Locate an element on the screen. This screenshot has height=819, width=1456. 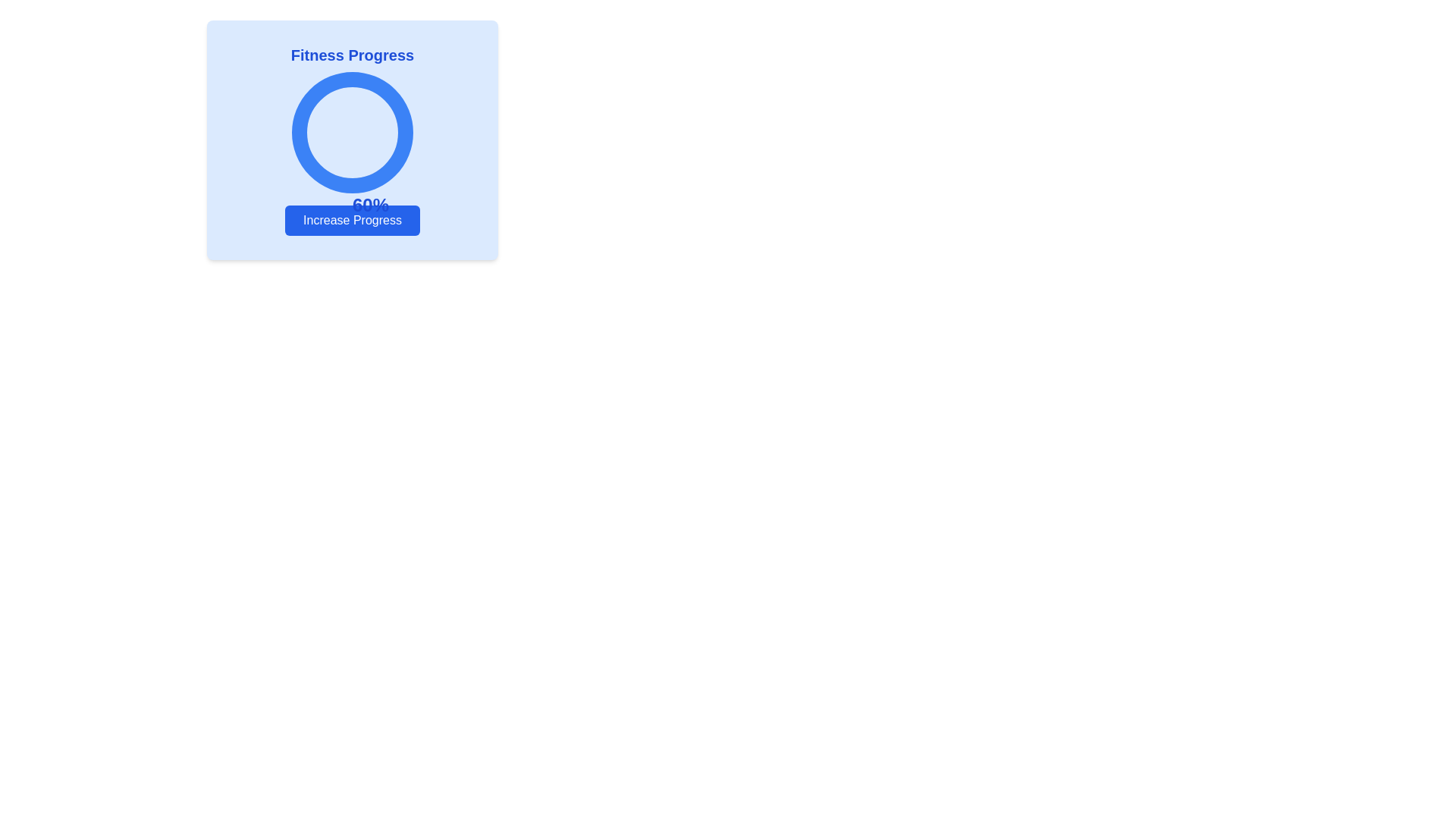
the progress represented by the circular progress indicator, which has a blue stroke outline and shows '60%' in its center is located at coordinates (352, 131).